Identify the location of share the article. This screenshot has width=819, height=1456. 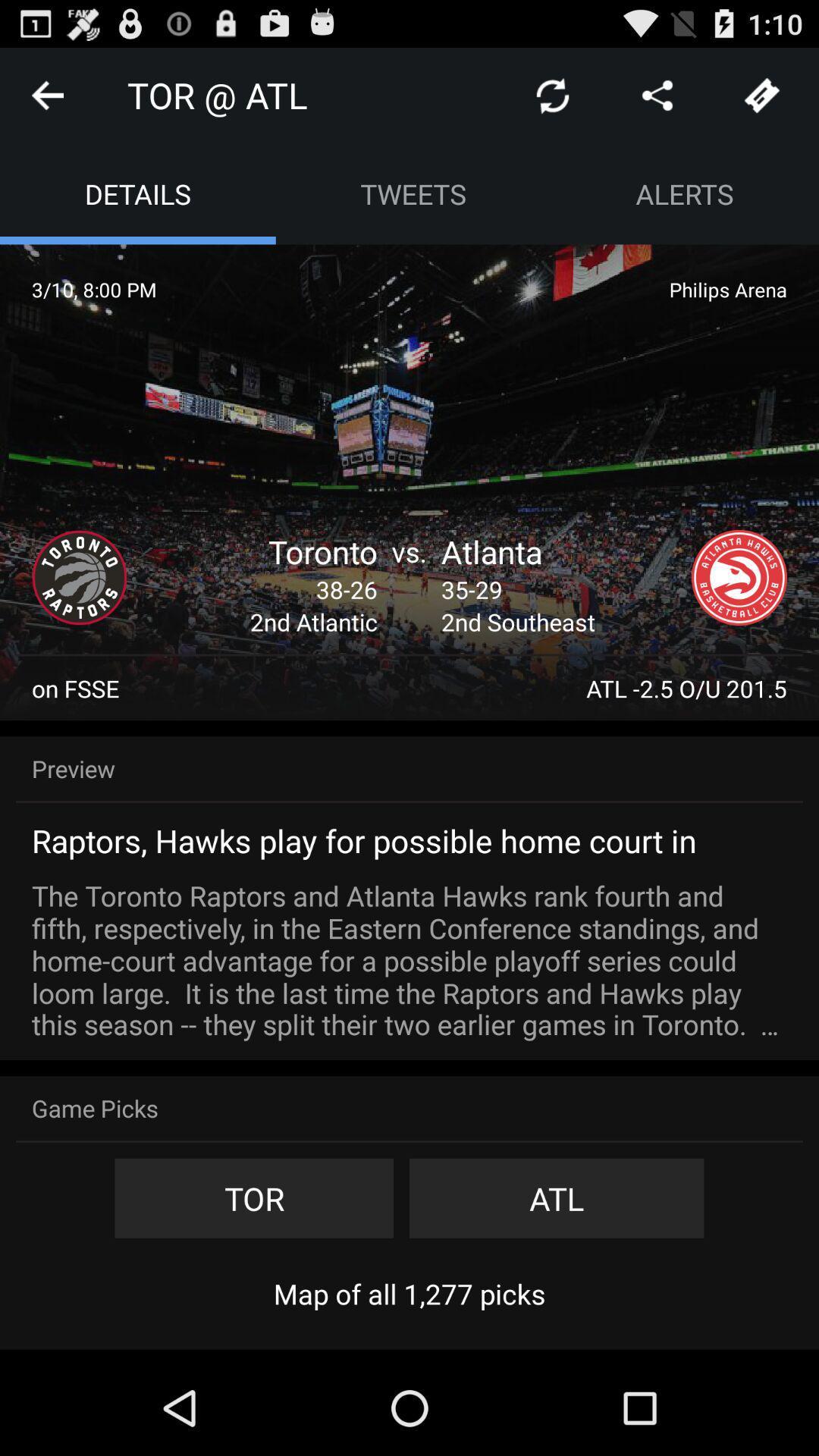
(657, 94).